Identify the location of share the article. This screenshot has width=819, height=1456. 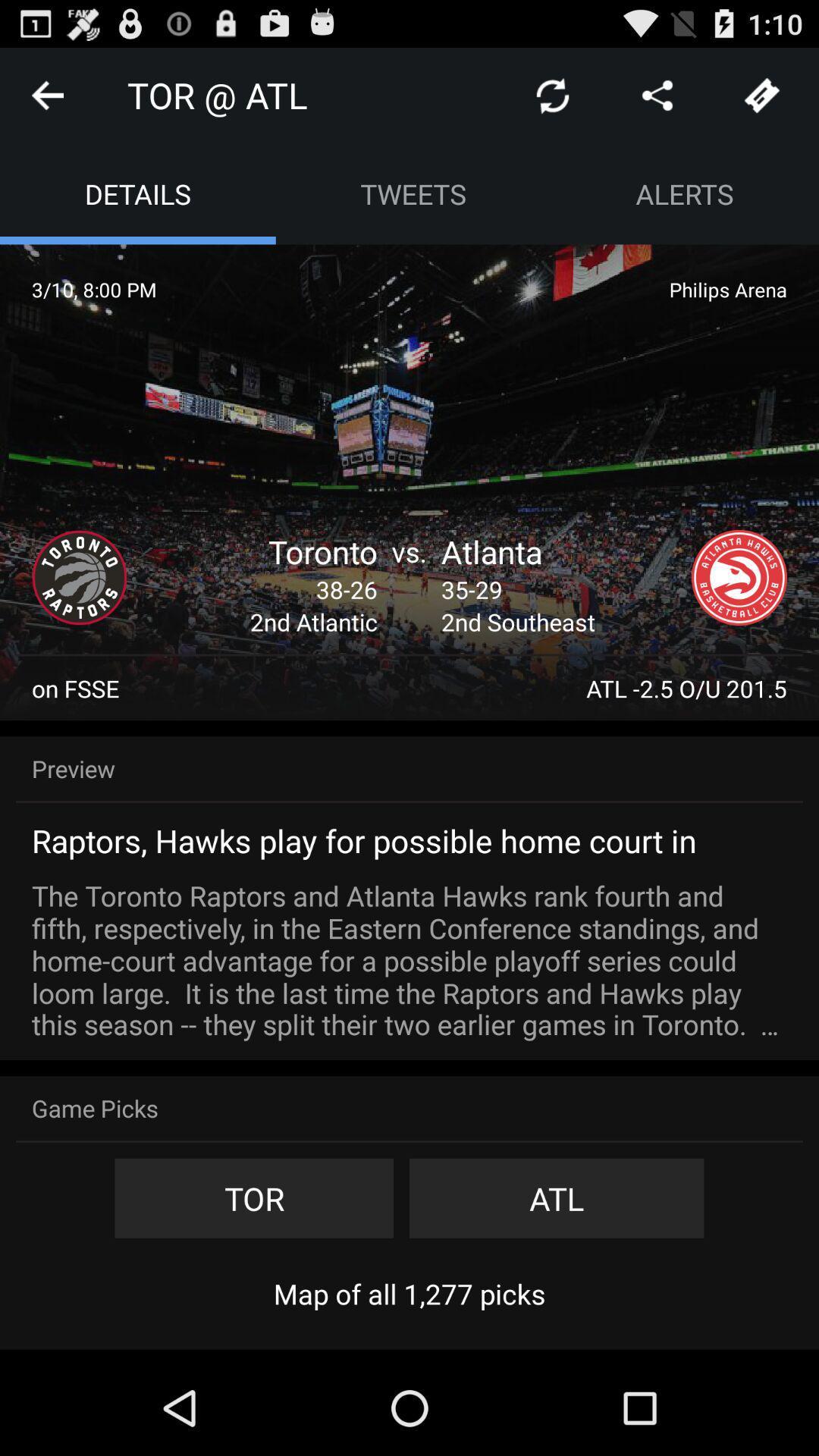
(657, 94).